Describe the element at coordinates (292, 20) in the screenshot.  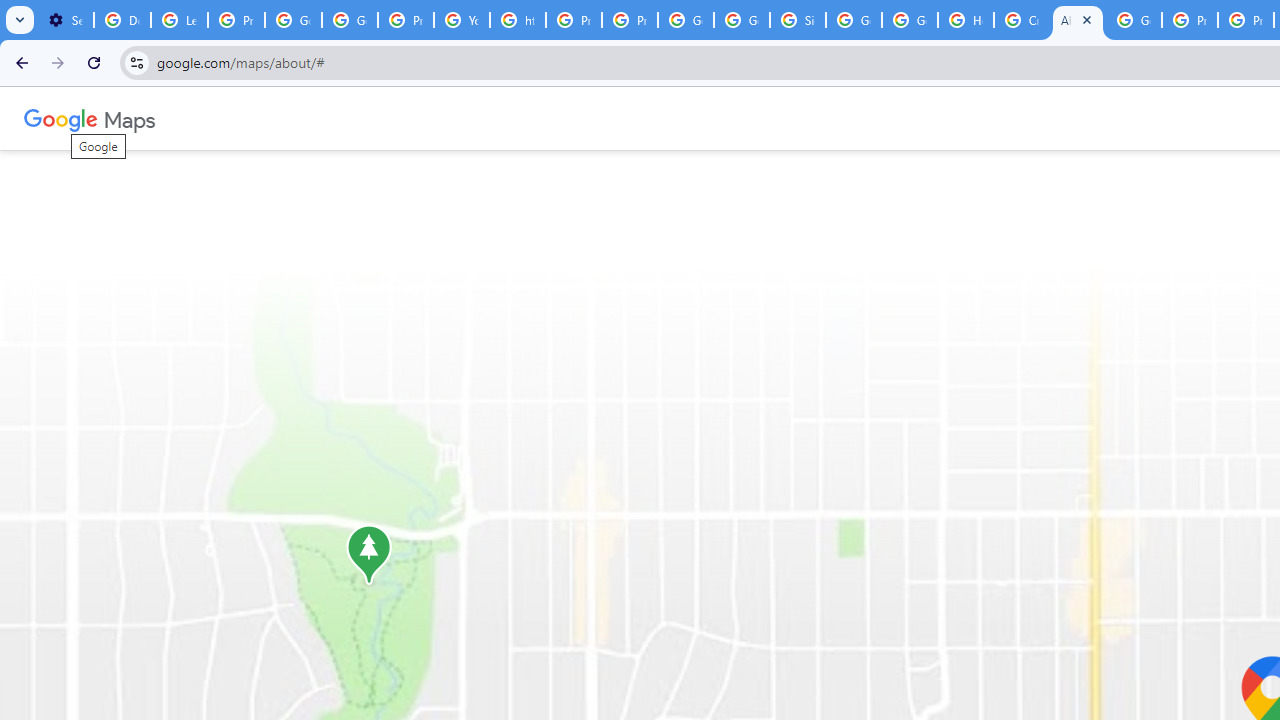
I see `'Google Account Help'` at that location.